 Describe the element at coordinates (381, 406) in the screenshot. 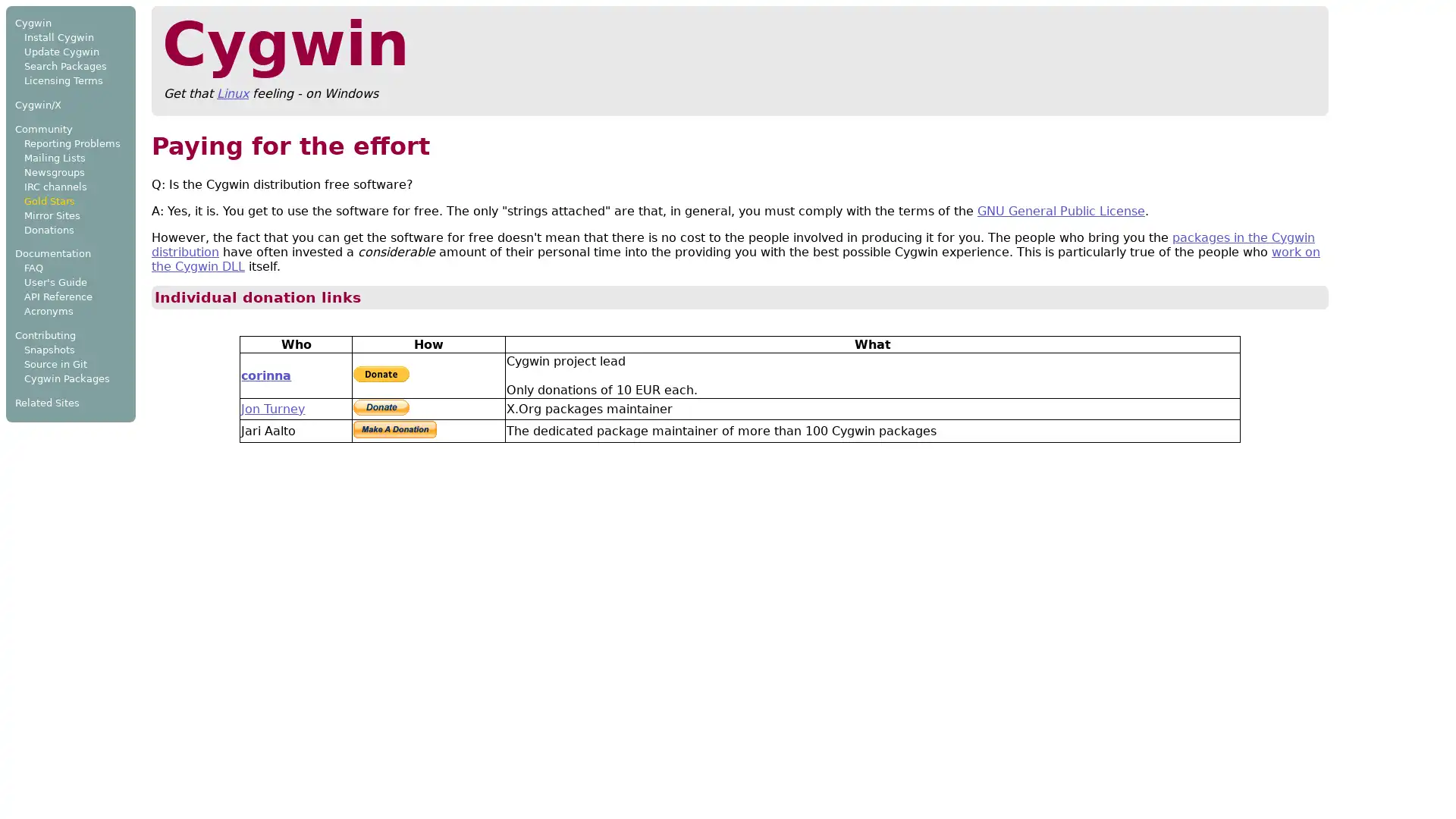

I see `PayPal - The safer, easier way to pay online.` at that location.